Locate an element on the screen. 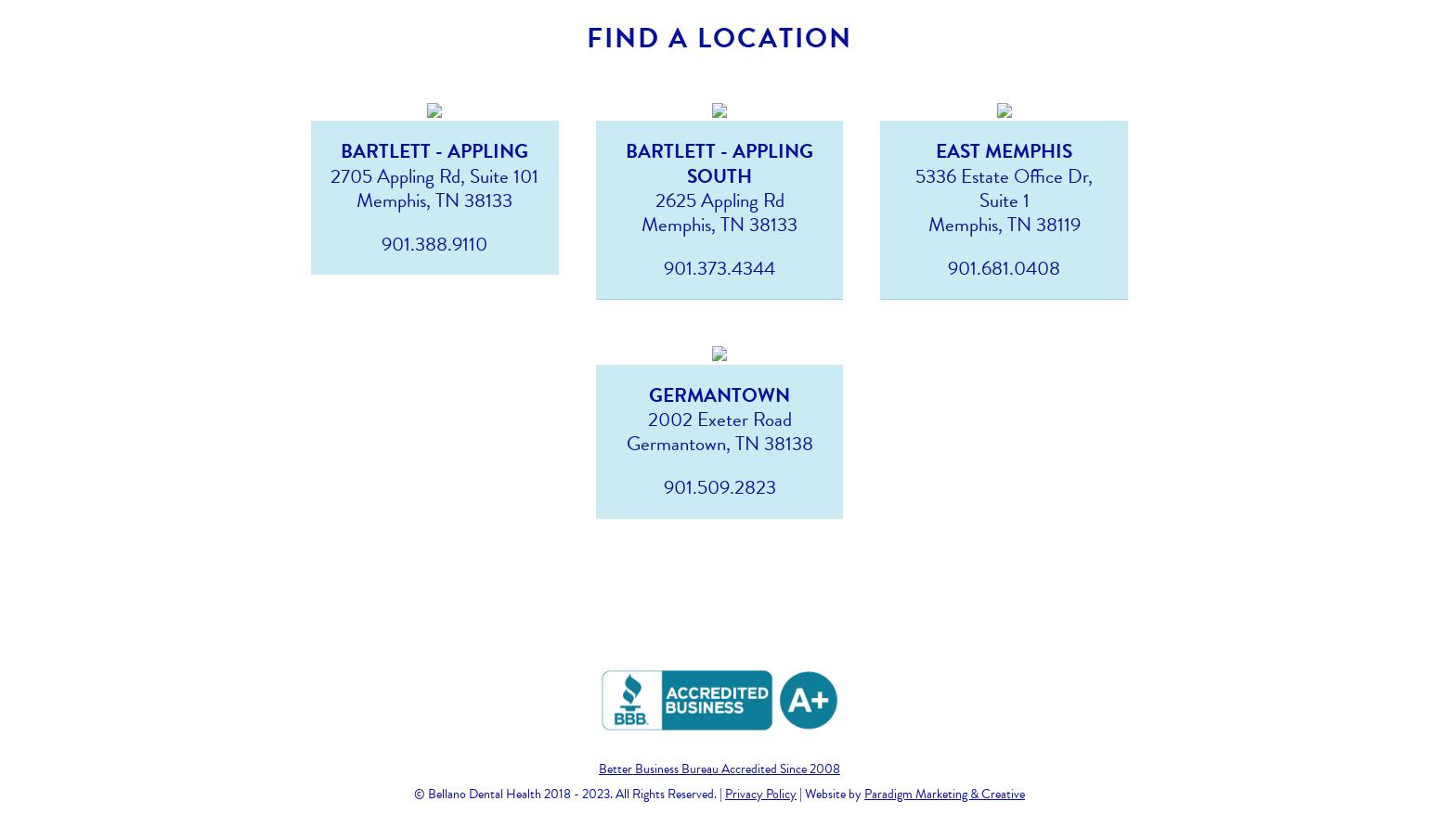  '5336 Estate Office Dr, Suite 1' is located at coordinates (1004, 187).